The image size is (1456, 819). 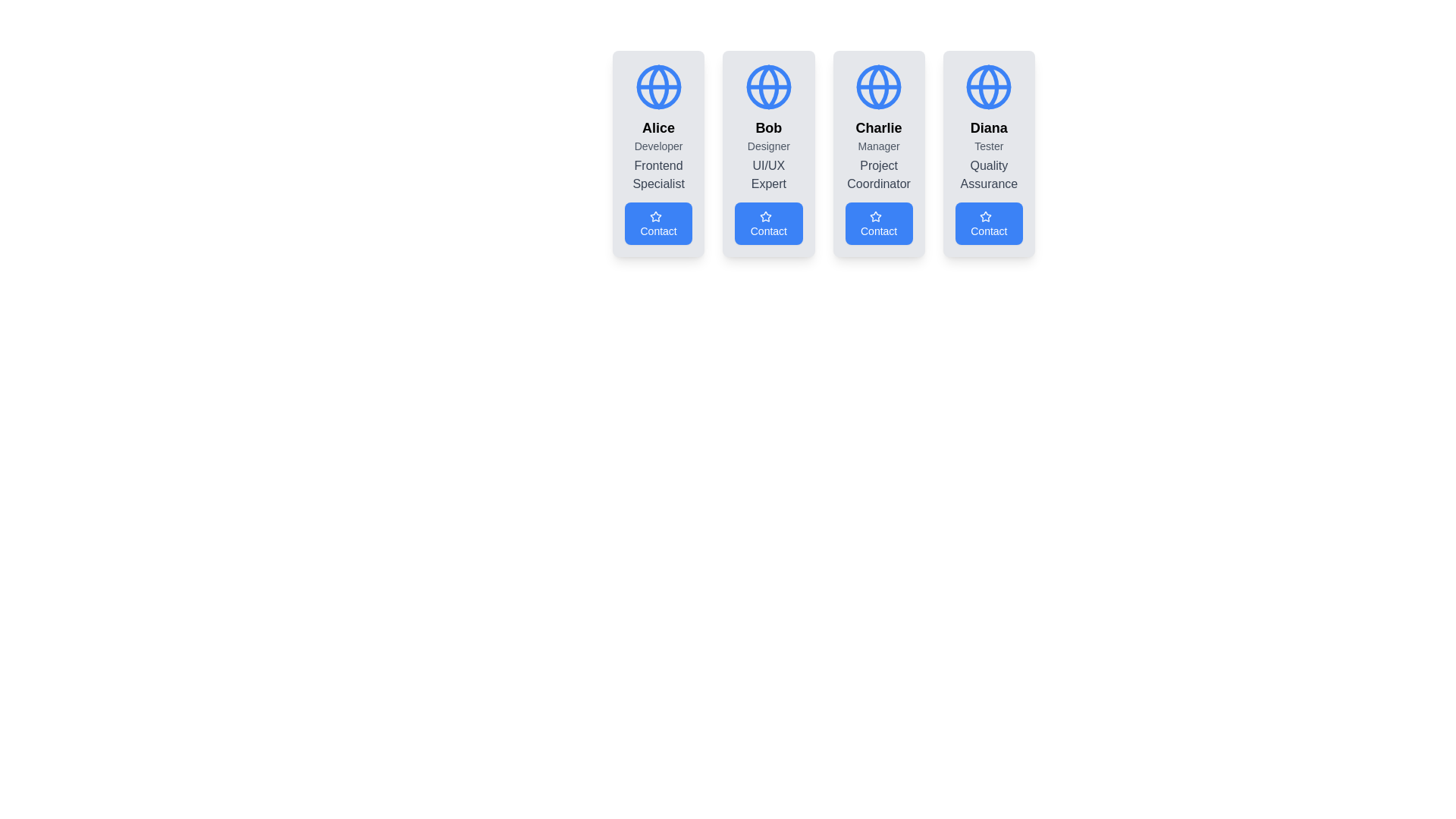 What do you see at coordinates (879, 87) in the screenshot?
I see `the circular graphic element with a blue border located within the globe icon on Charlie's card, which is the third card from the left in a row of four` at bounding box center [879, 87].